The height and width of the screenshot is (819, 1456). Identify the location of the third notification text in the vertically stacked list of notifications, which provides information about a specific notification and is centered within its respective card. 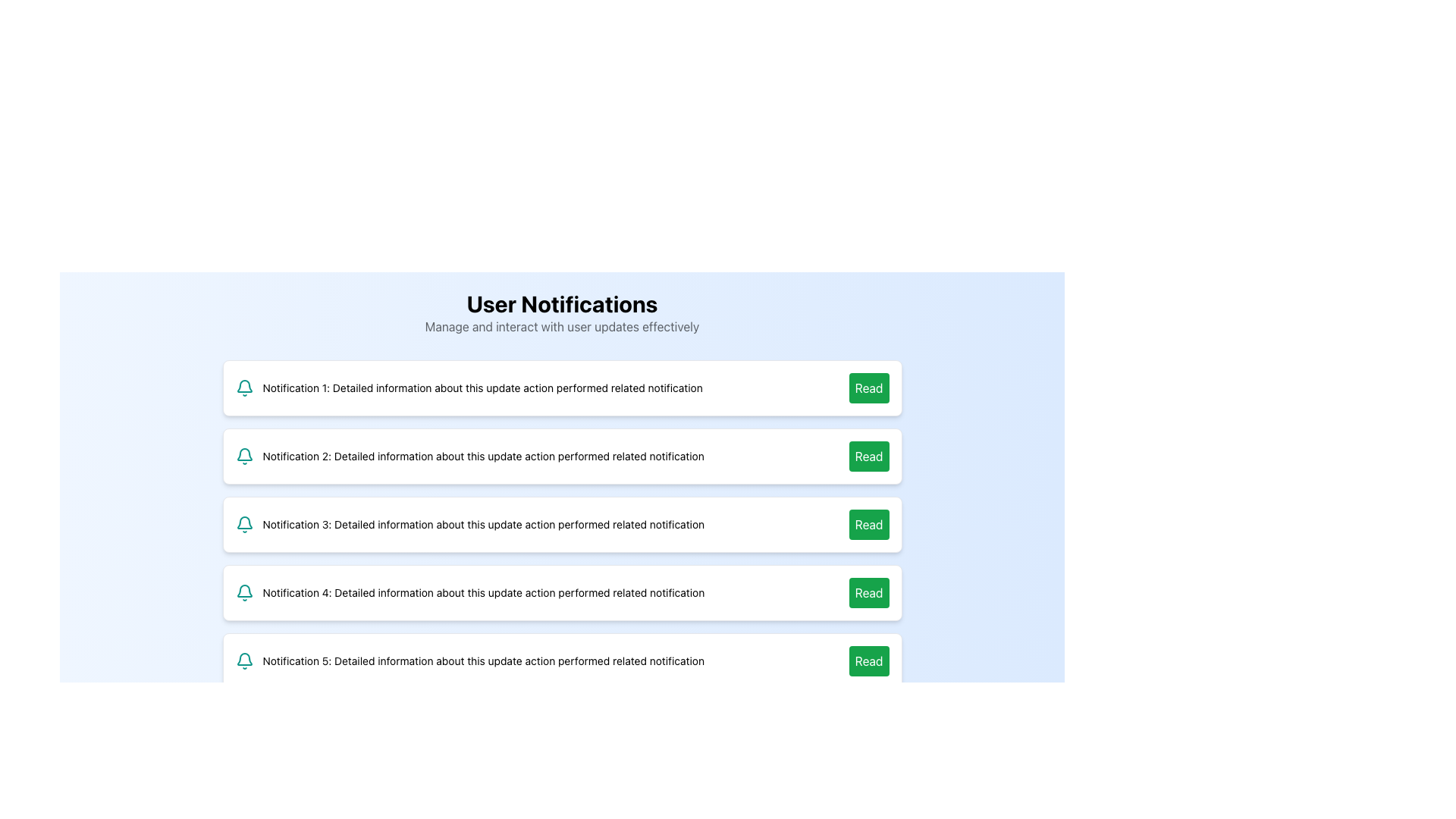
(482, 523).